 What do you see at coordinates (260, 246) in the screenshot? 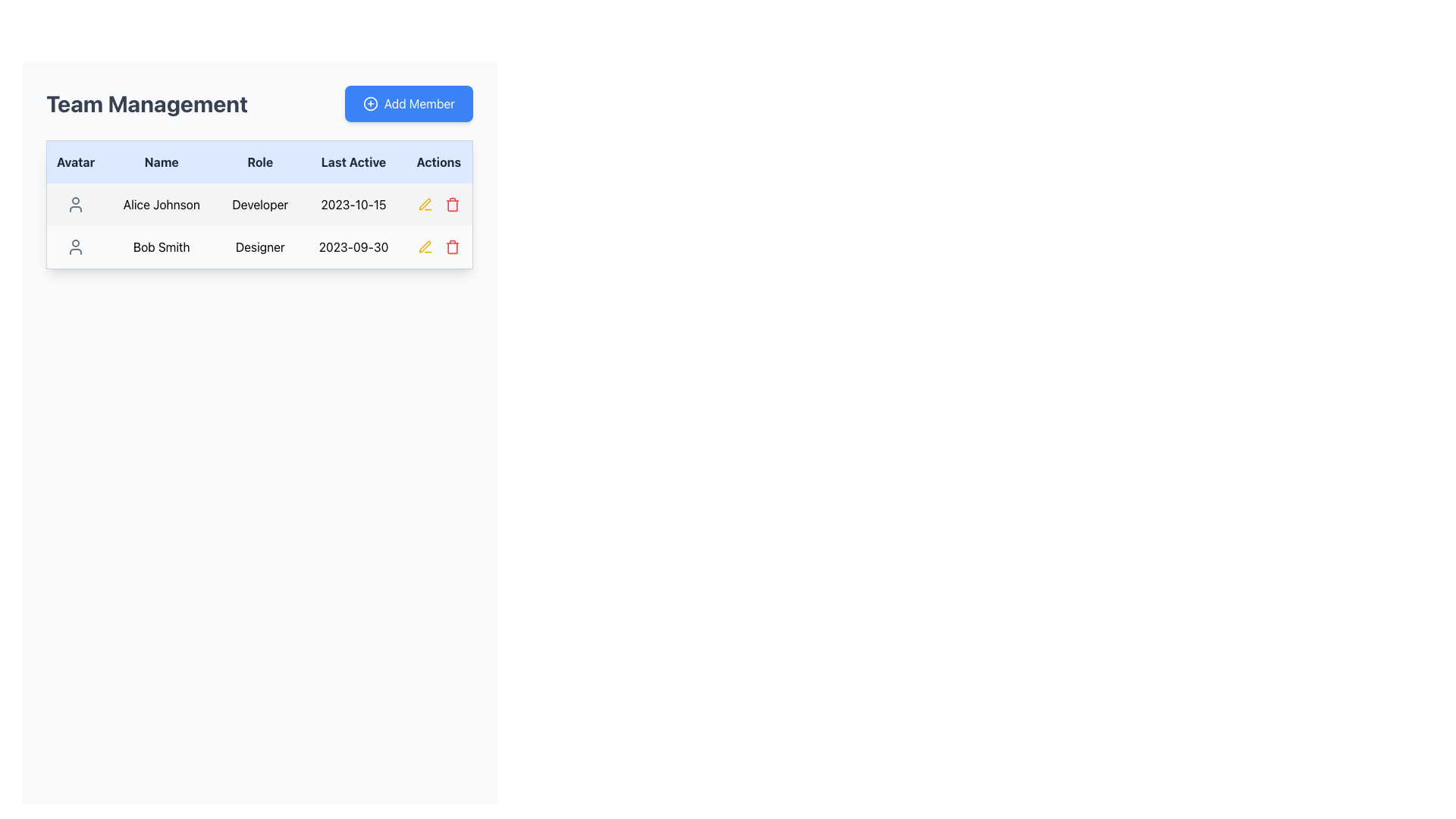
I see `text label displaying 'Designer' in black font, located in the 'Role' column of the second row, associated with the user 'Bob Smith'` at bounding box center [260, 246].